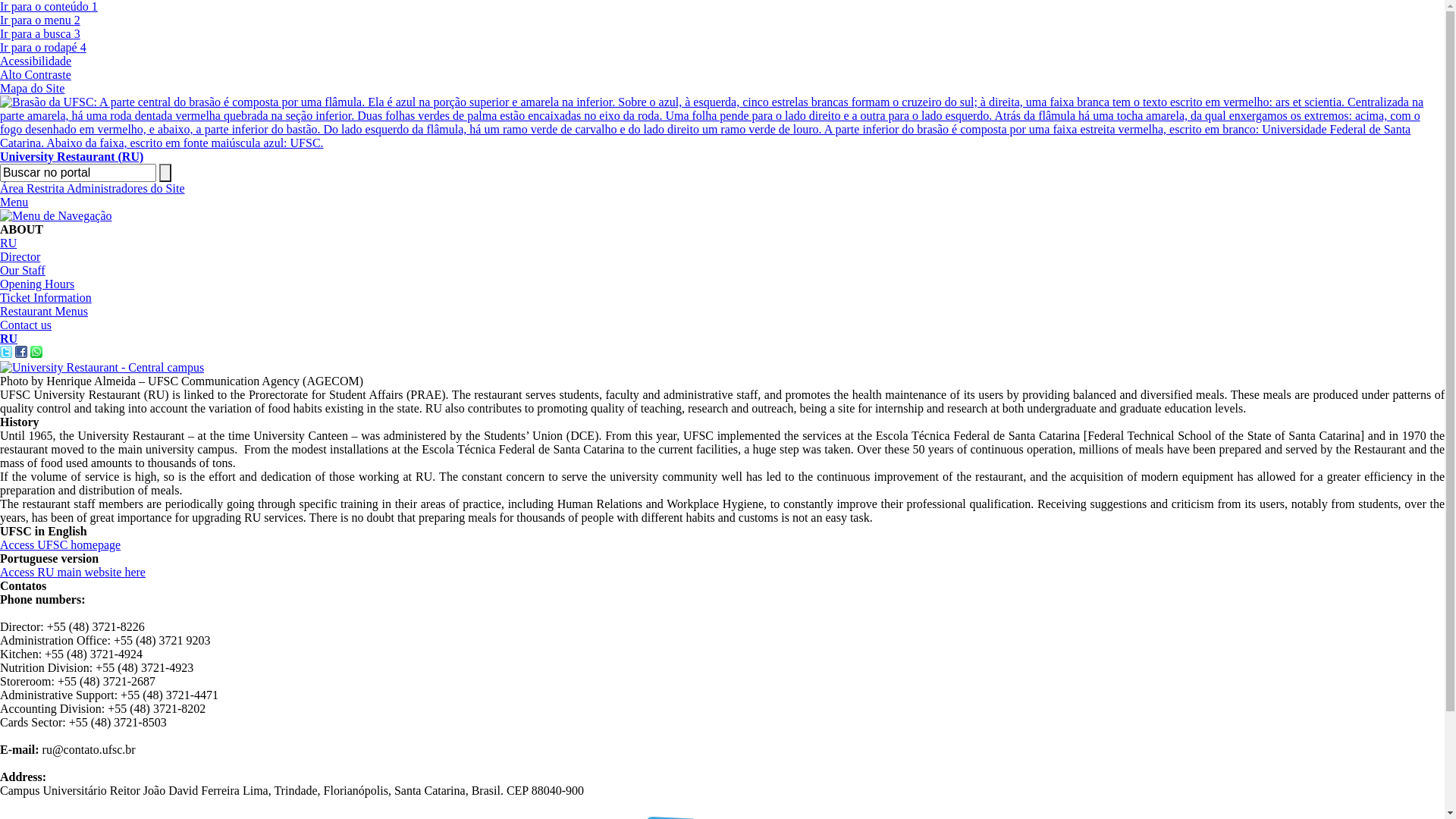 Image resolution: width=1456 pixels, height=819 pixels. I want to click on 'RU', so click(8, 337).